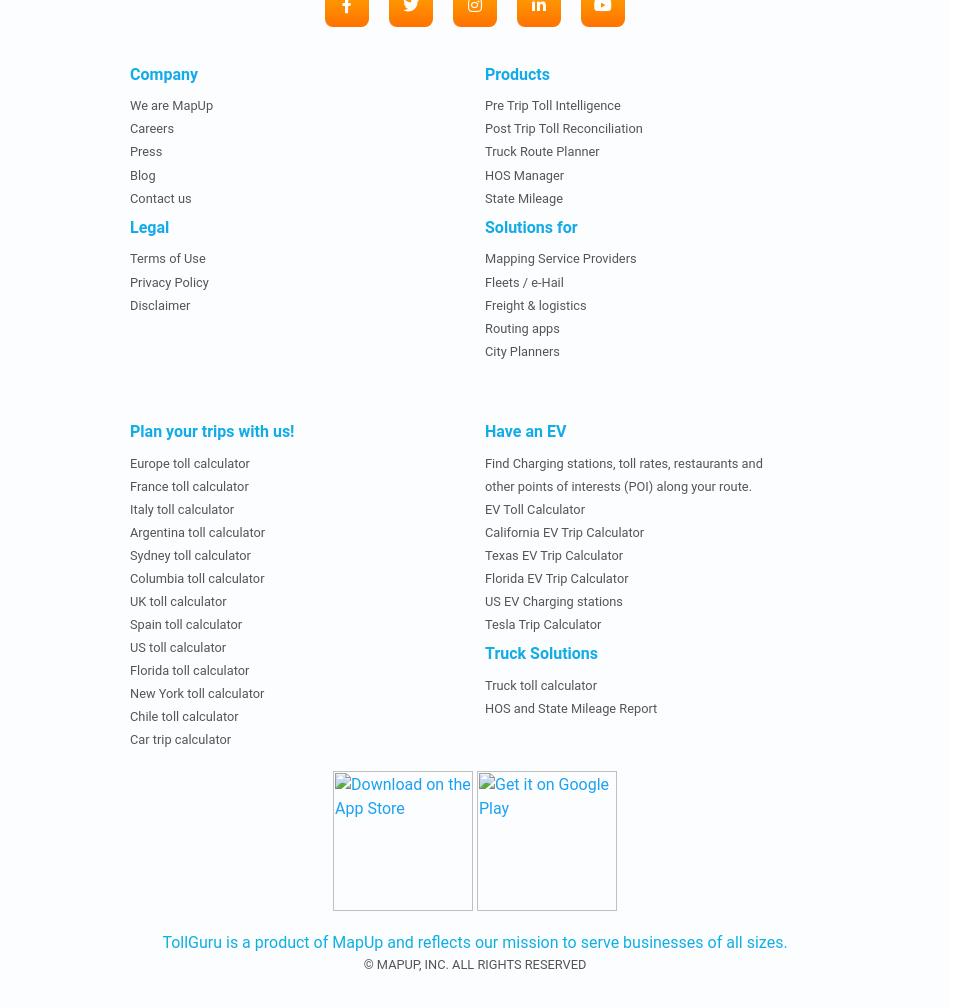 This screenshot has width=965, height=1008. What do you see at coordinates (485, 554) in the screenshot?
I see `'Texas EV Trip Calculator'` at bounding box center [485, 554].